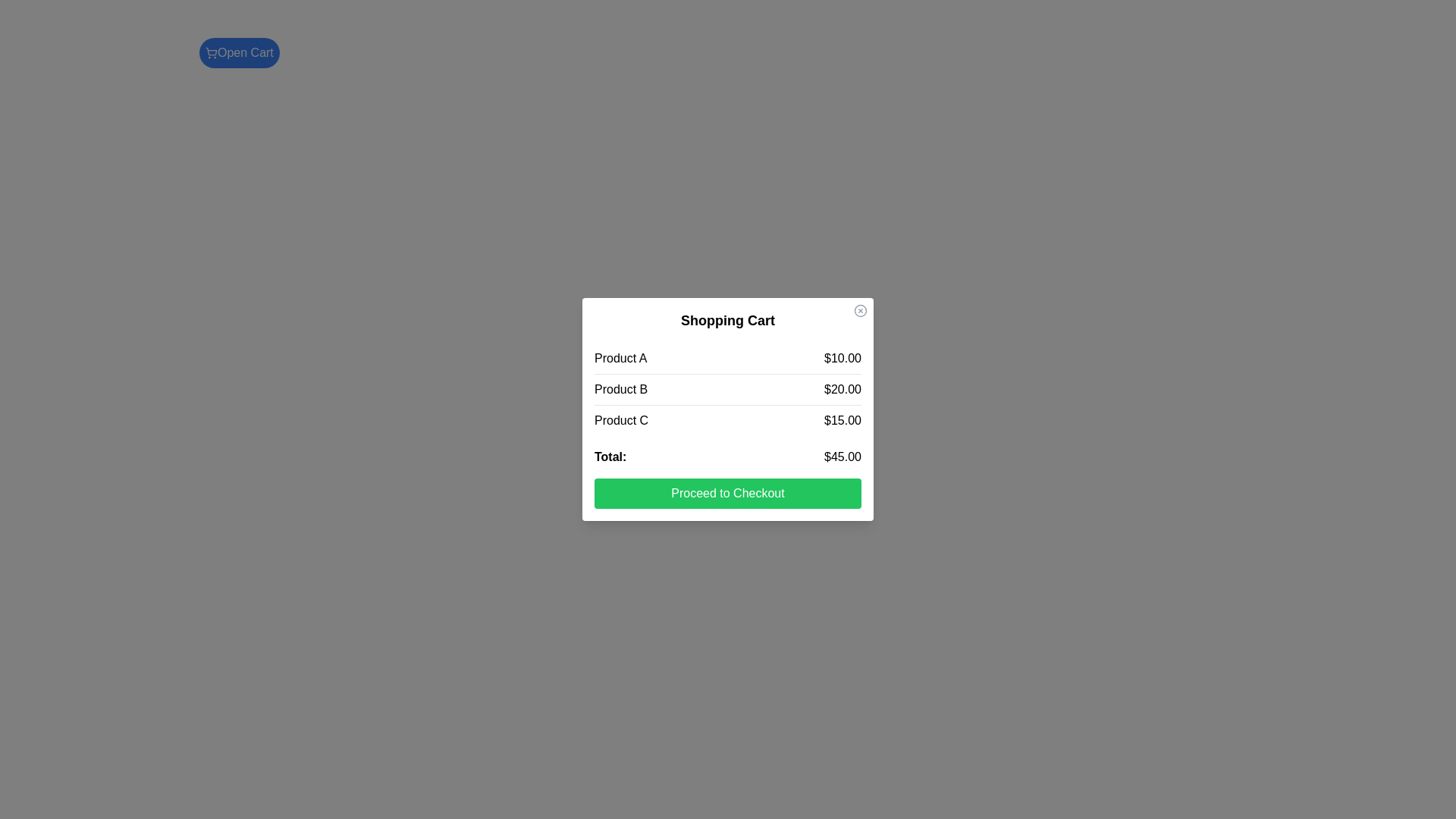 Image resolution: width=1456 pixels, height=819 pixels. What do you see at coordinates (238, 52) in the screenshot?
I see `the prominent shopping cart button located in the top-left corner of the interface` at bounding box center [238, 52].